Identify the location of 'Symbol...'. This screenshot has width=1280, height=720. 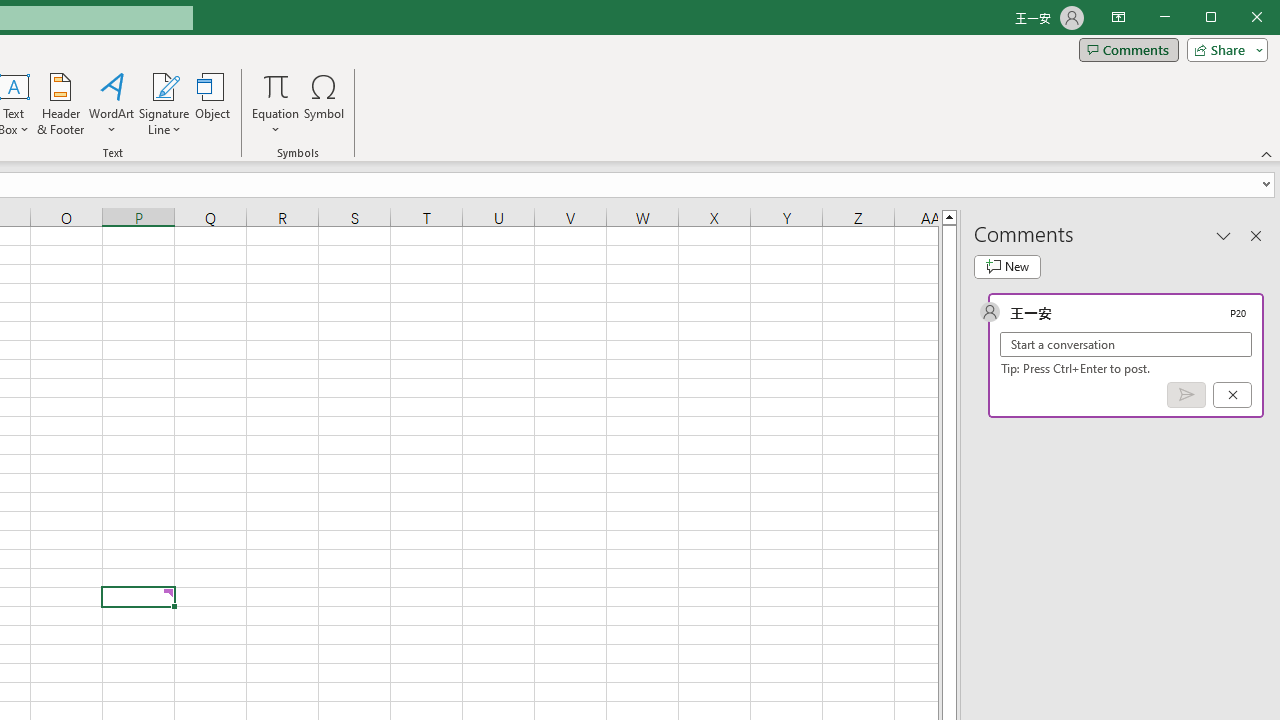
(324, 104).